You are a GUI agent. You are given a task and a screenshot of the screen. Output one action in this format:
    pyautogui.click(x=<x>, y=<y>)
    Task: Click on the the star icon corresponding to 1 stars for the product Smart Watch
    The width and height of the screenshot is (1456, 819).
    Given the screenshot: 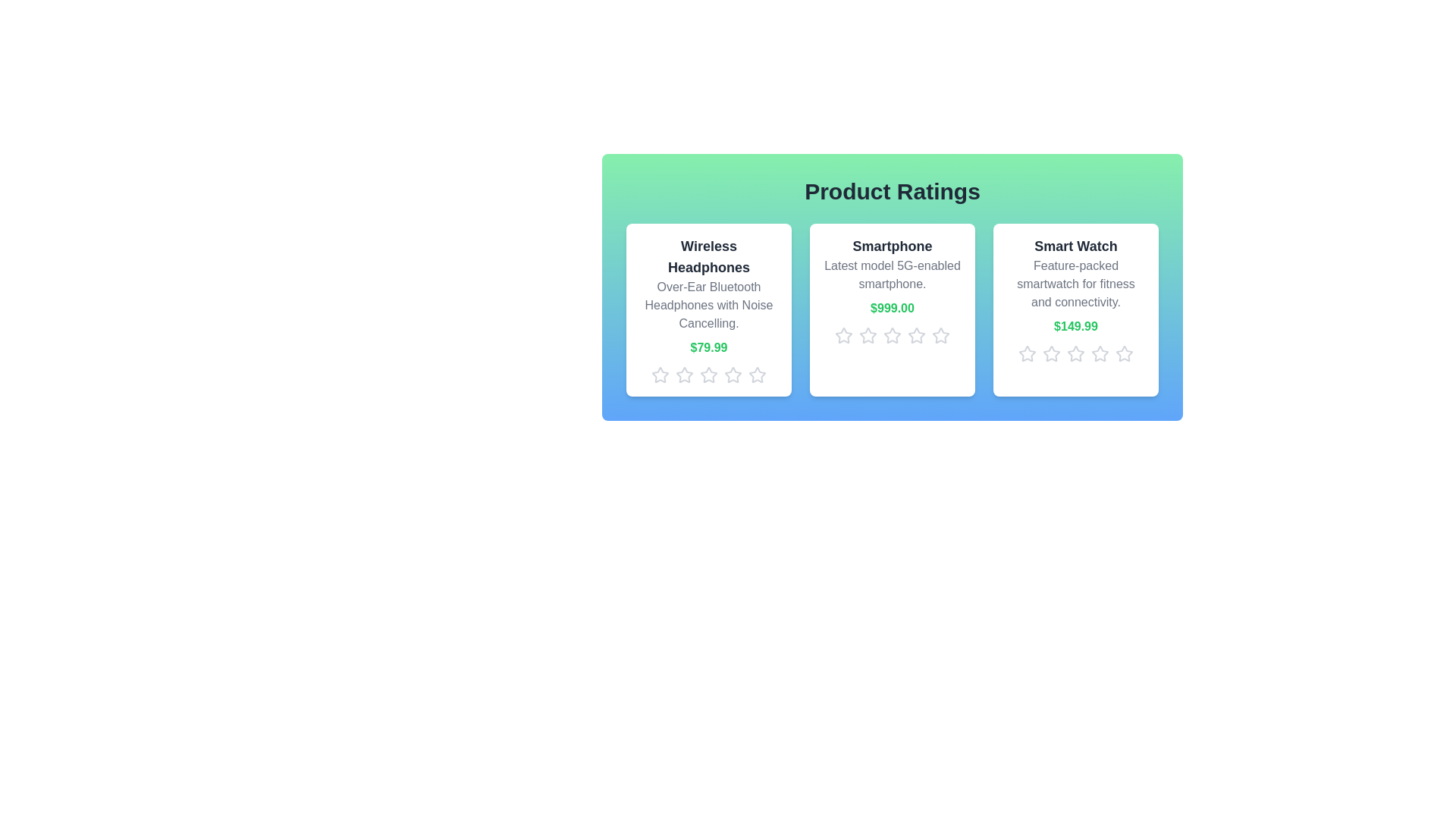 What is the action you would take?
    pyautogui.click(x=1027, y=353)
    